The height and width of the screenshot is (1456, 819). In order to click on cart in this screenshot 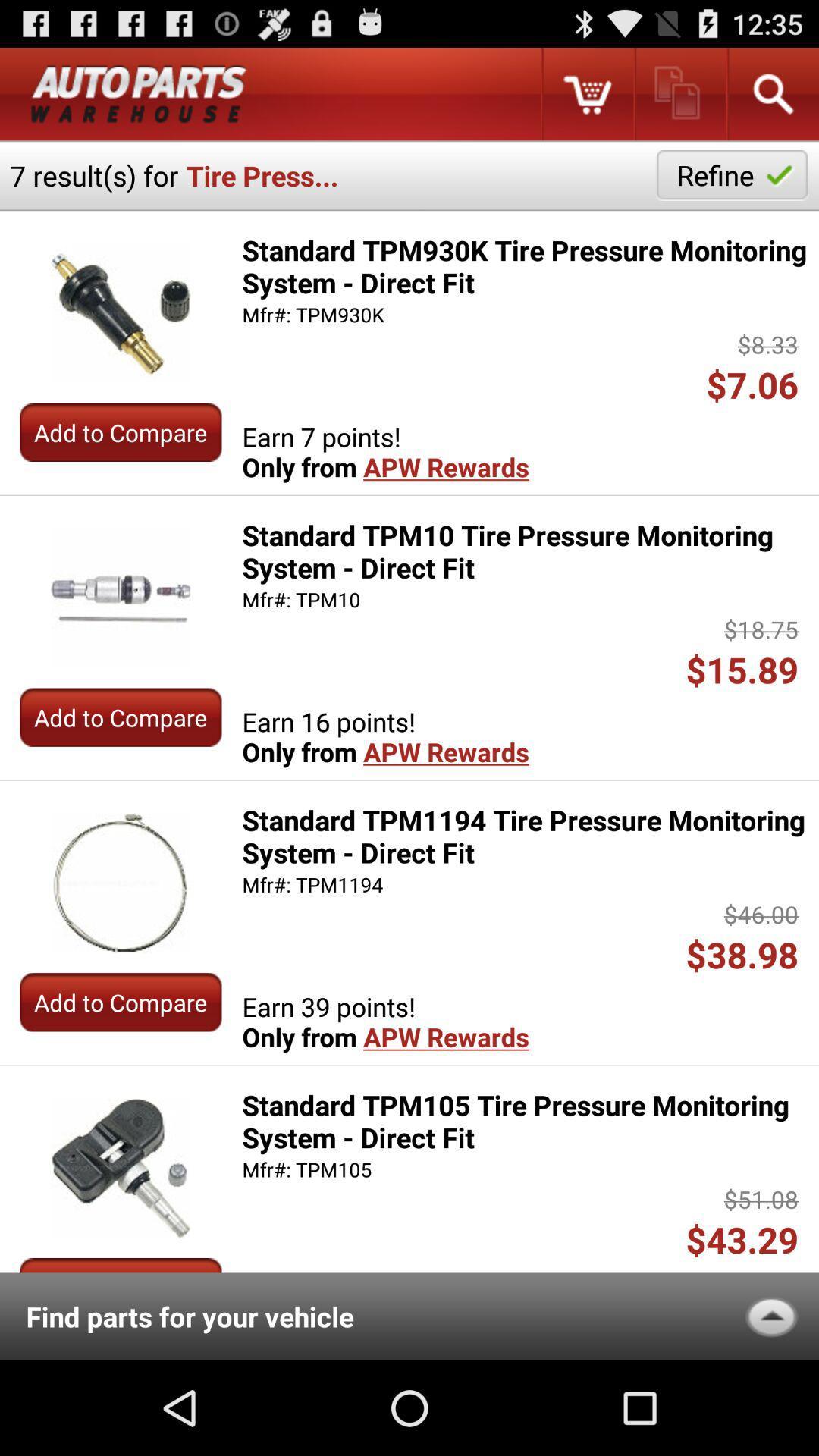, I will do `click(586, 93)`.